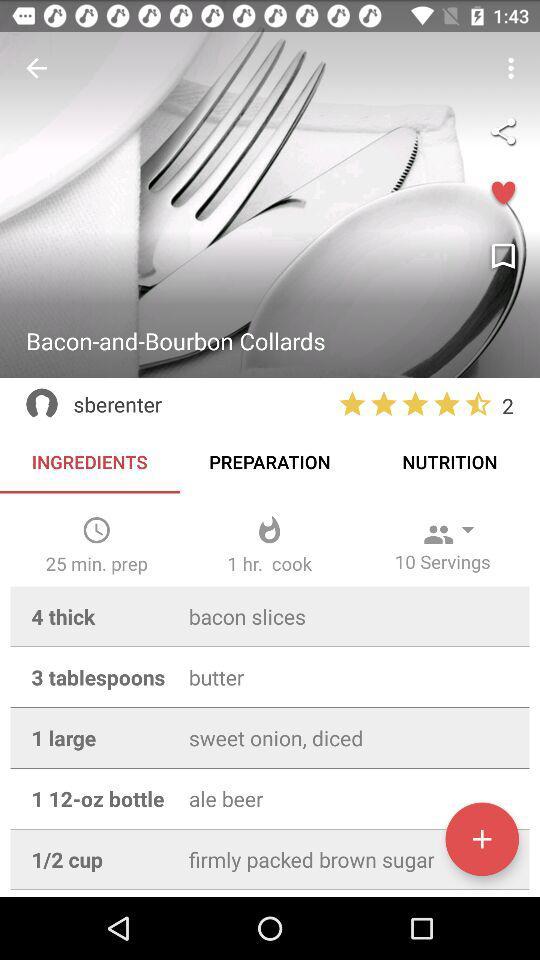  What do you see at coordinates (481, 839) in the screenshot?
I see `recipe` at bounding box center [481, 839].